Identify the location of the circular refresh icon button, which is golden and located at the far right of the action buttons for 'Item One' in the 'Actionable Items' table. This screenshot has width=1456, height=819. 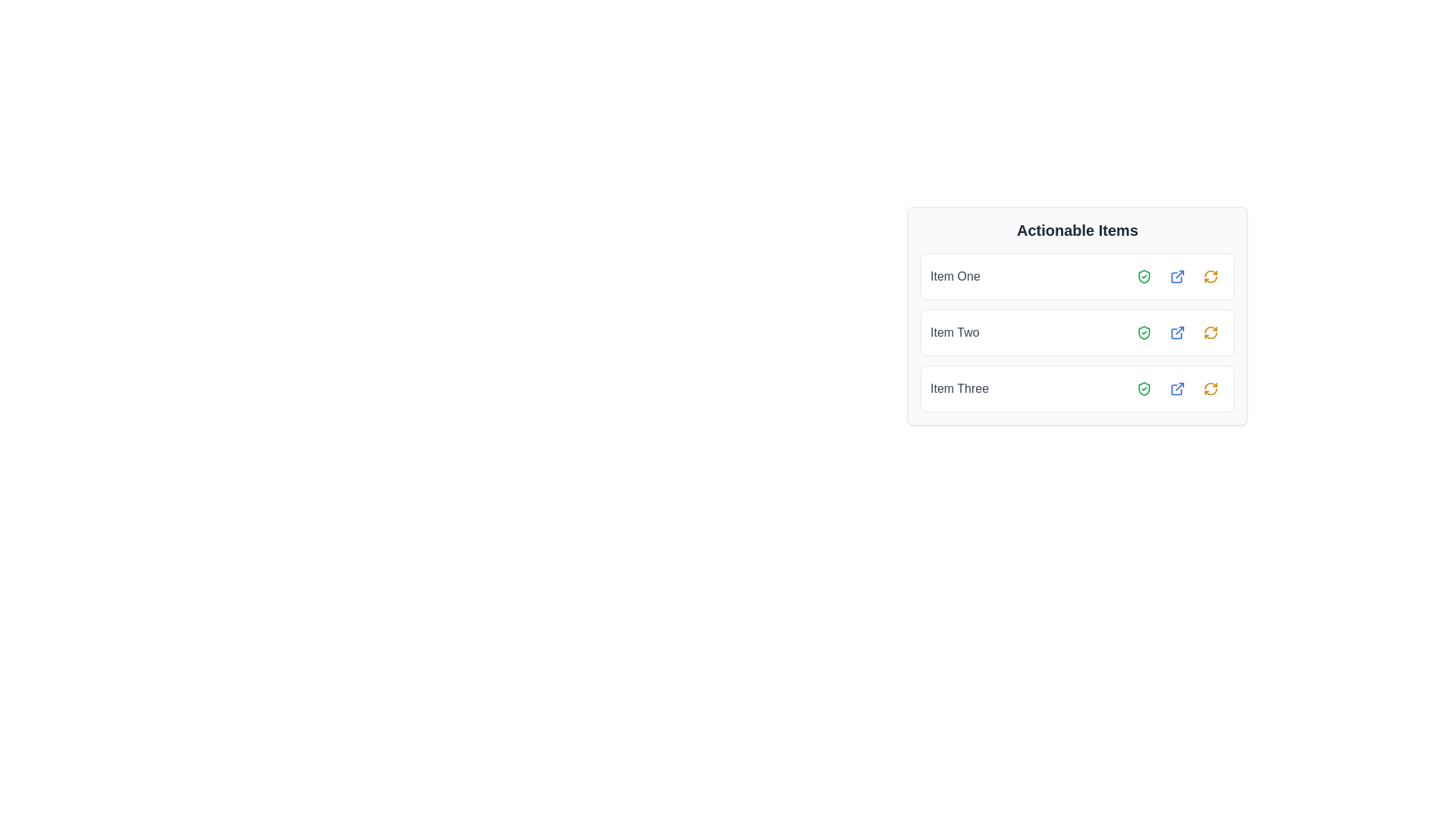
(1210, 277).